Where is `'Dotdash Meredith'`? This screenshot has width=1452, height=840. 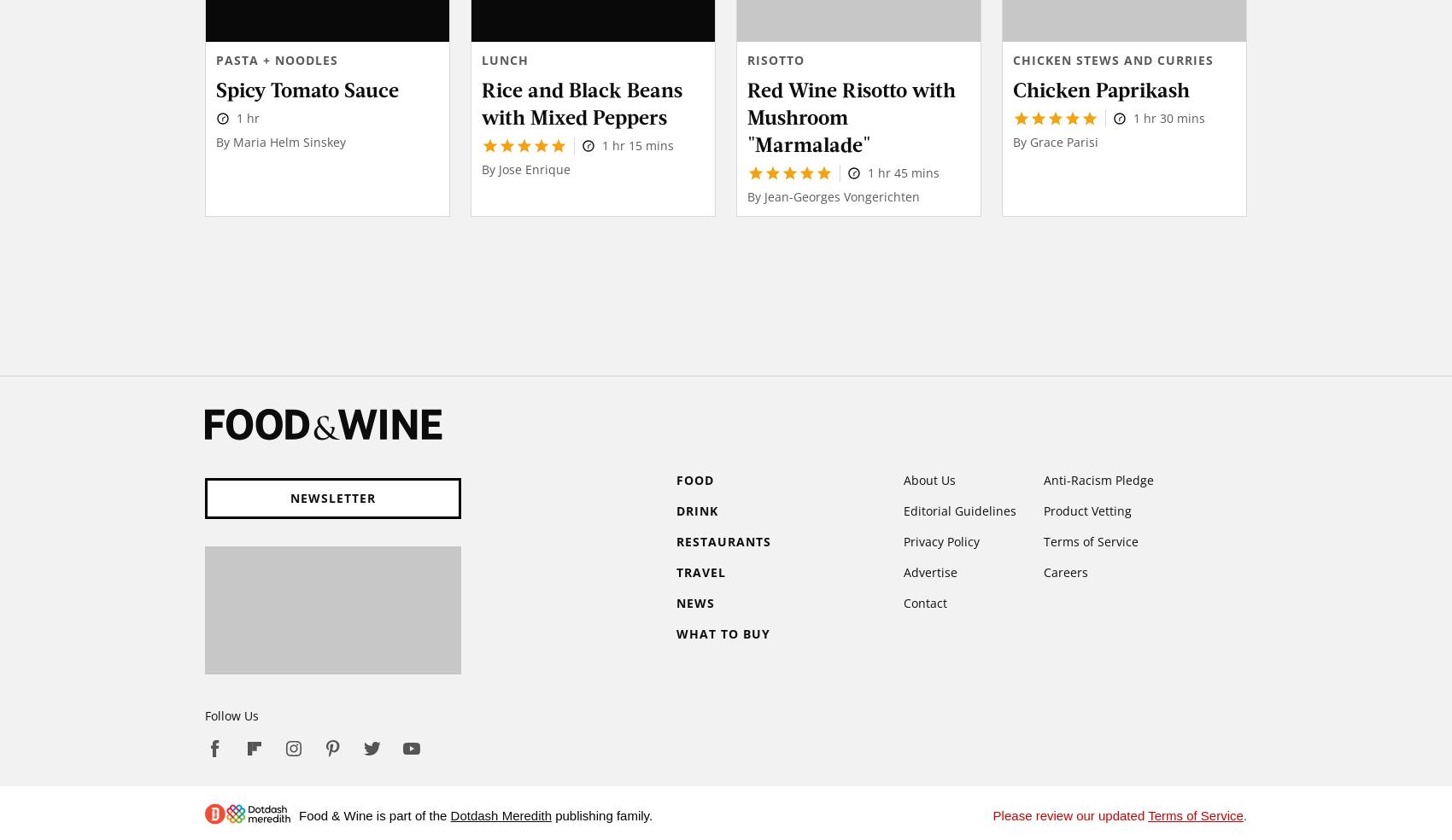 'Dotdash Meredith' is located at coordinates (500, 814).